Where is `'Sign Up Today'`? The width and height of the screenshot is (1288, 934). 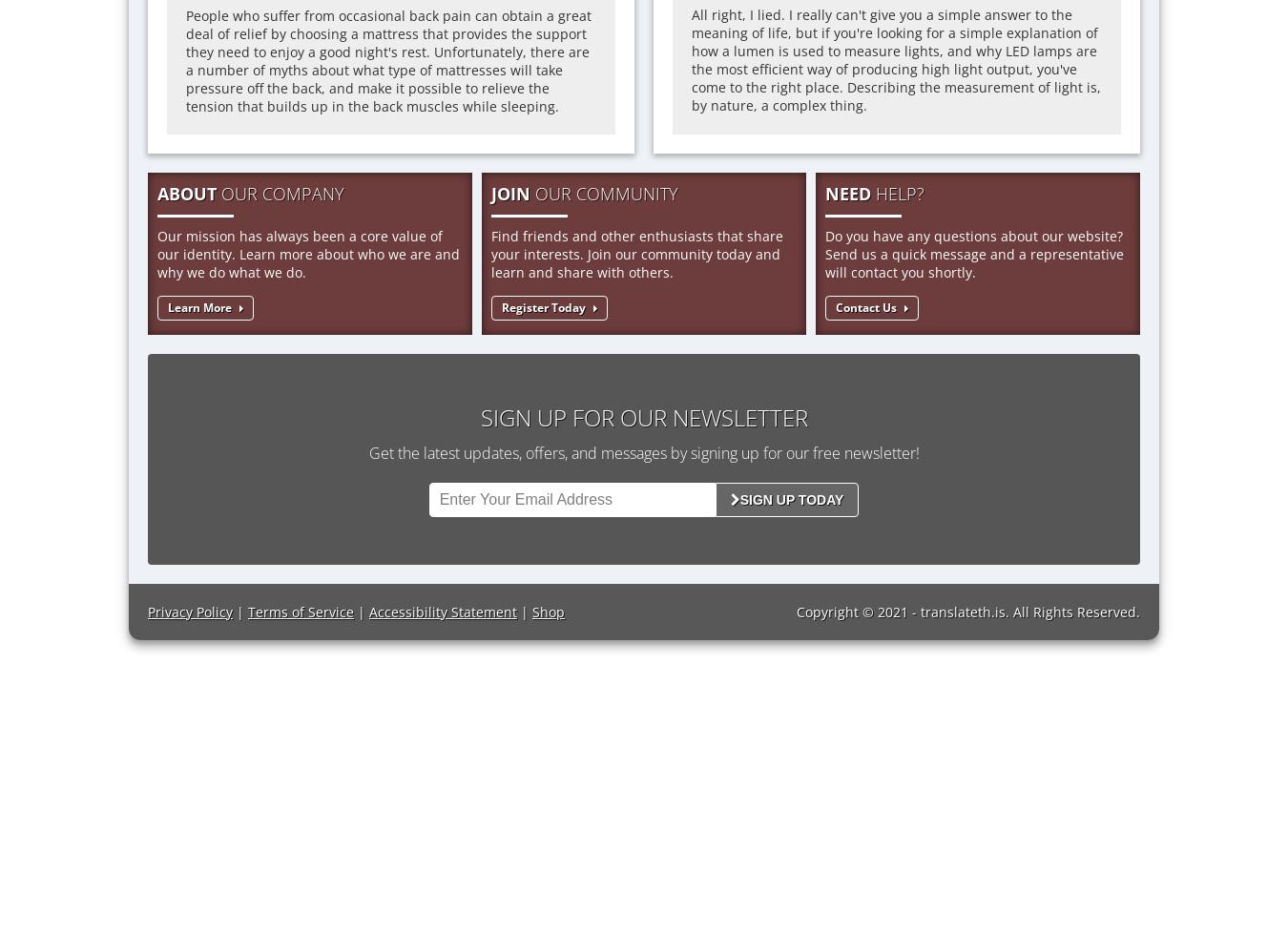 'Sign Up Today' is located at coordinates (738, 498).